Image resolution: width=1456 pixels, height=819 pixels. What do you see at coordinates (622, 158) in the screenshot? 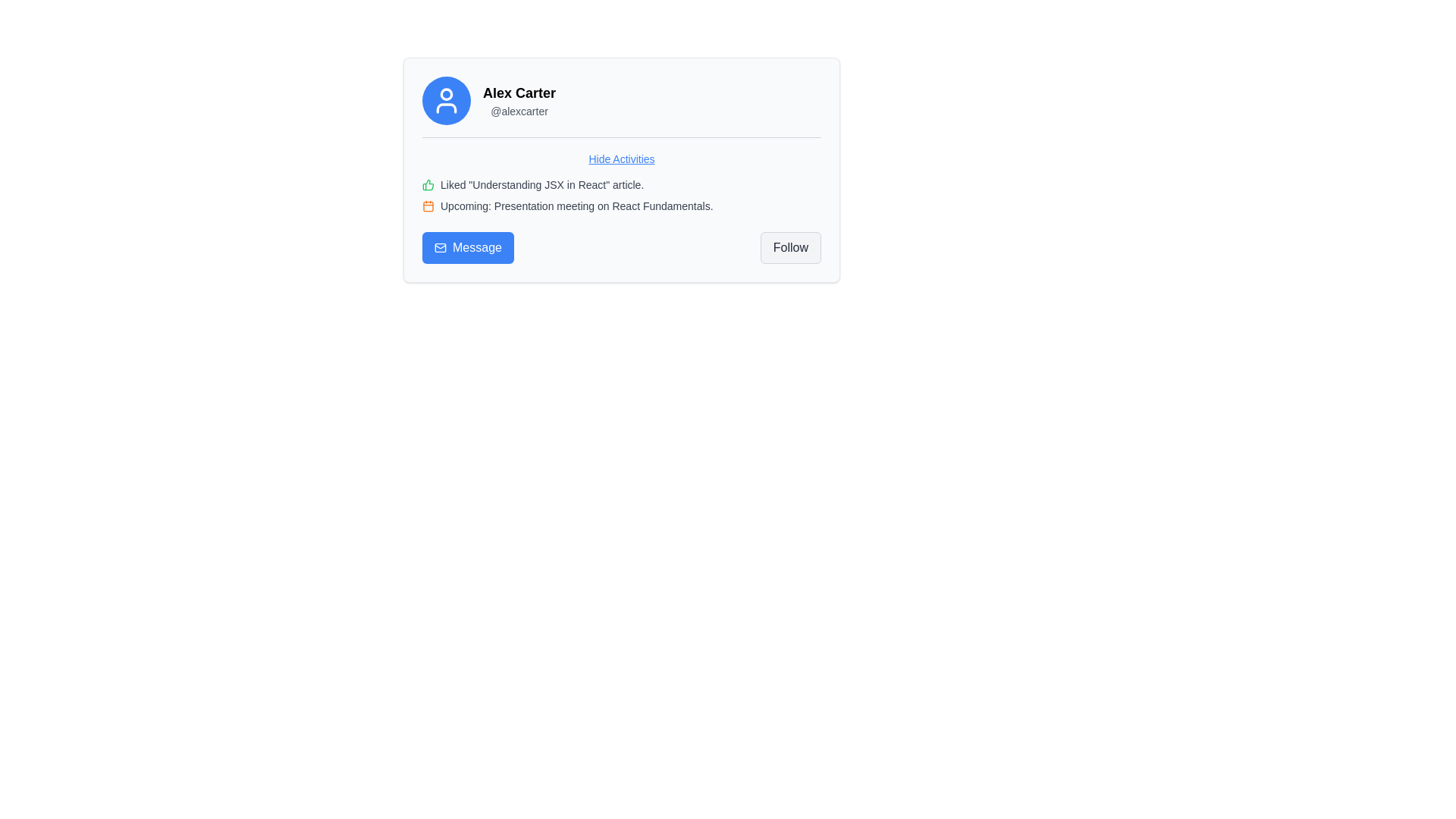
I see `the interactive text link labeled 'Hide Activities', which is styled with a smaller font size, blue coloring, and an underline, located above the user's activity details` at bounding box center [622, 158].